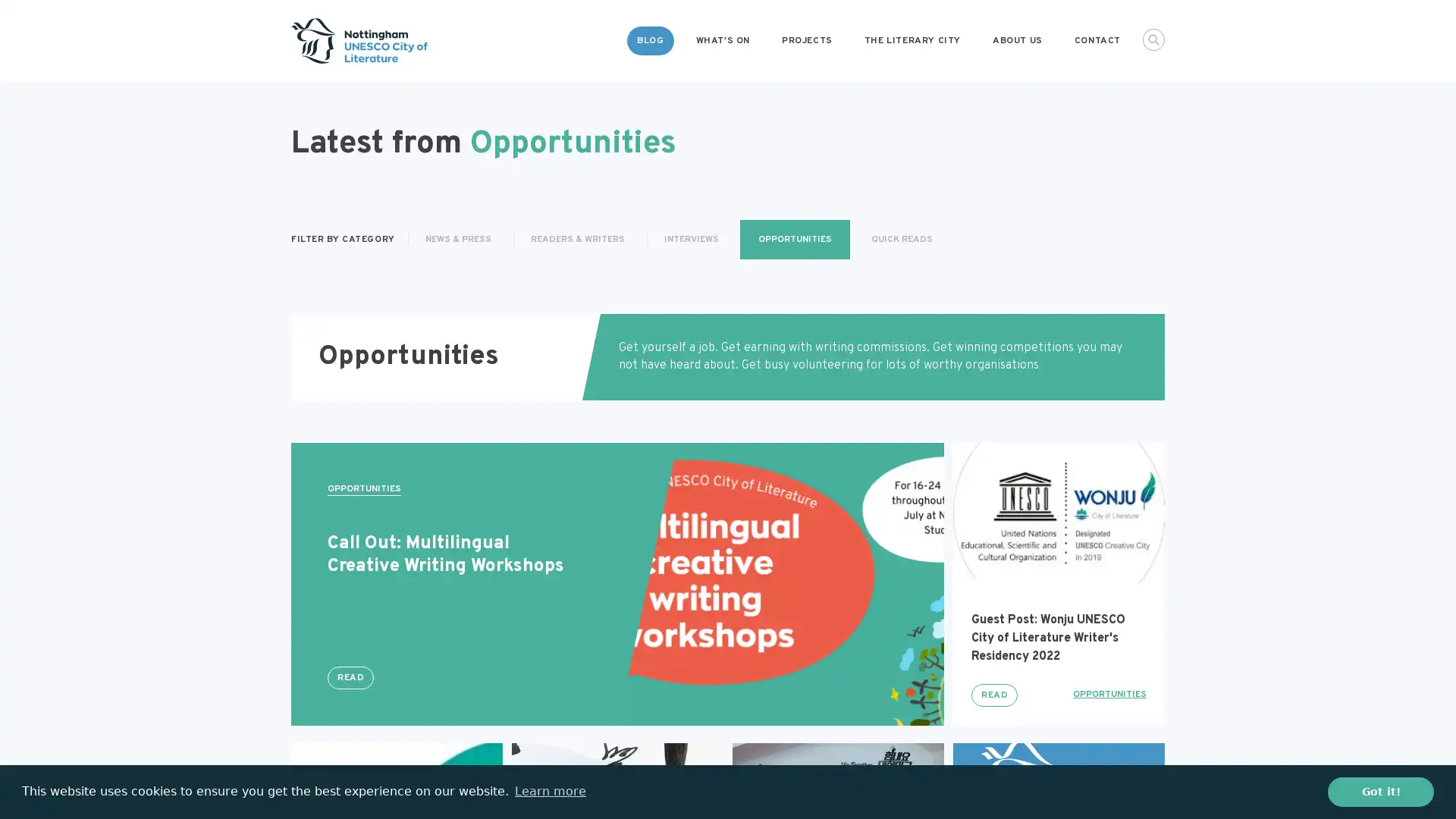 This screenshot has height=819, width=1456. I want to click on dismiss cookie message, so click(1380, 791).